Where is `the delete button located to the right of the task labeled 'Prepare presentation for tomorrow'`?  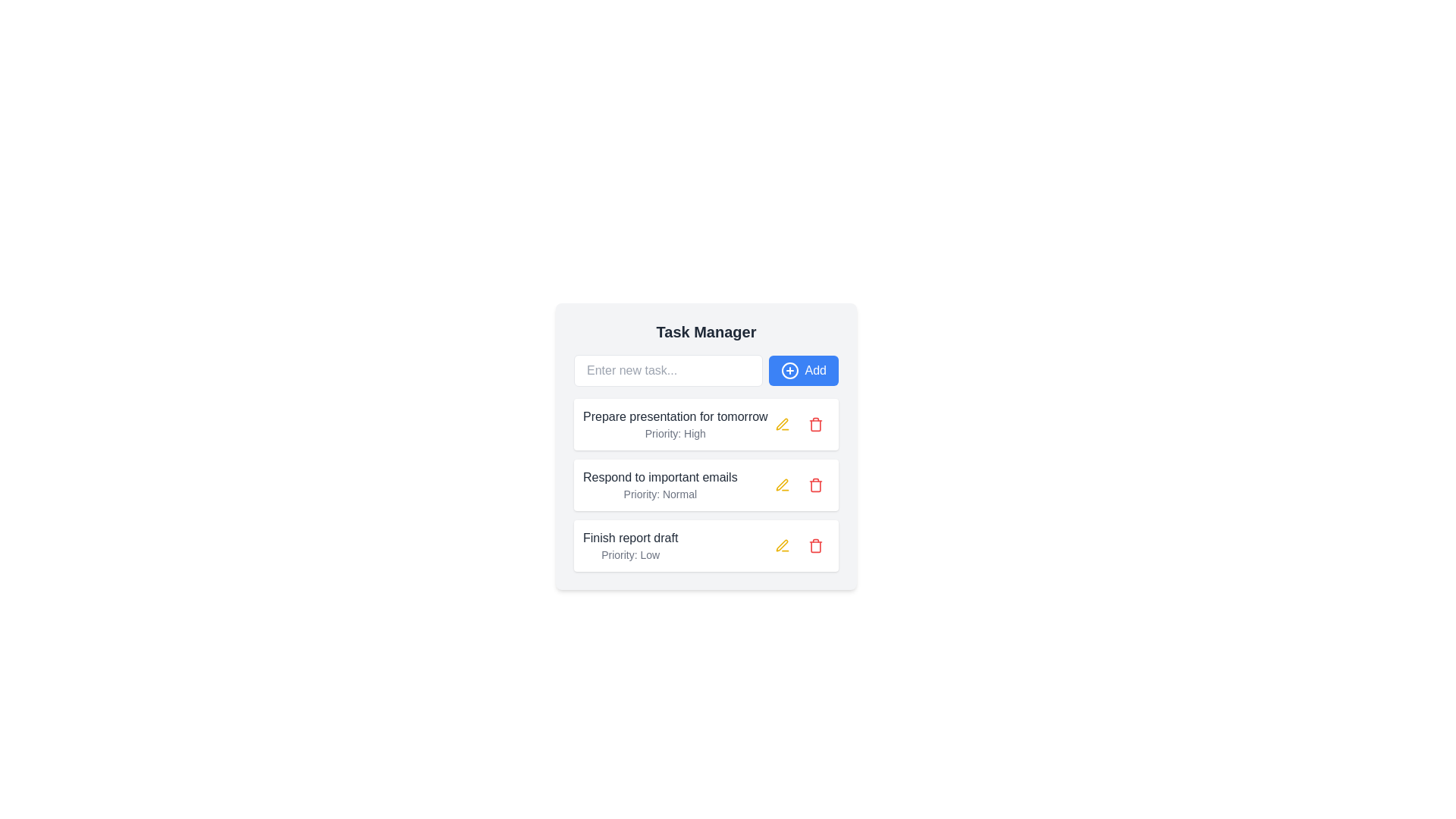
the delete button located to the right of the task labeled 'Prepare presentation for tomorrow' is located at coordinates (814, 424).